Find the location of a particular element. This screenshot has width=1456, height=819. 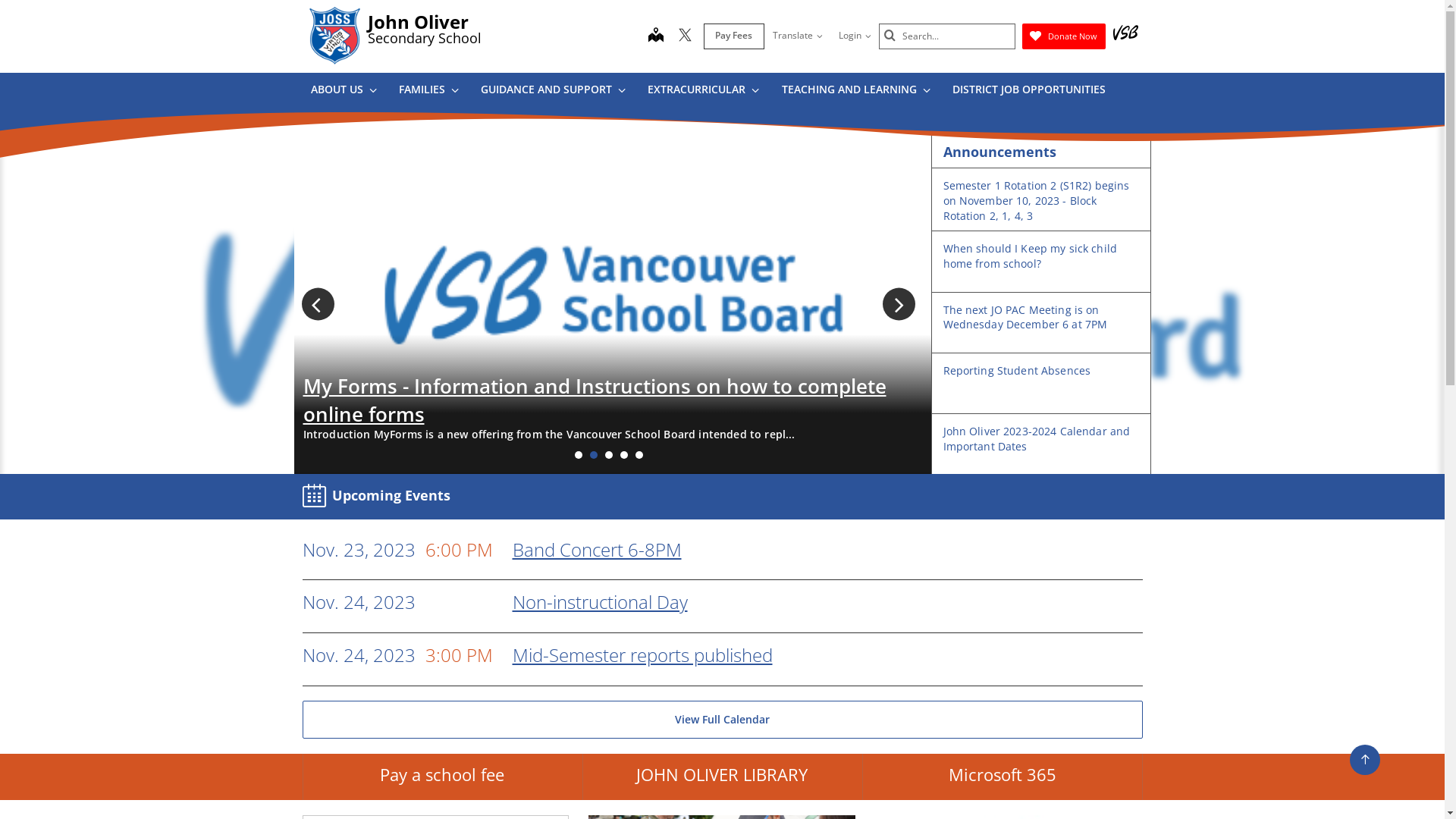

'Translate' is located at coordinates (796, 35).